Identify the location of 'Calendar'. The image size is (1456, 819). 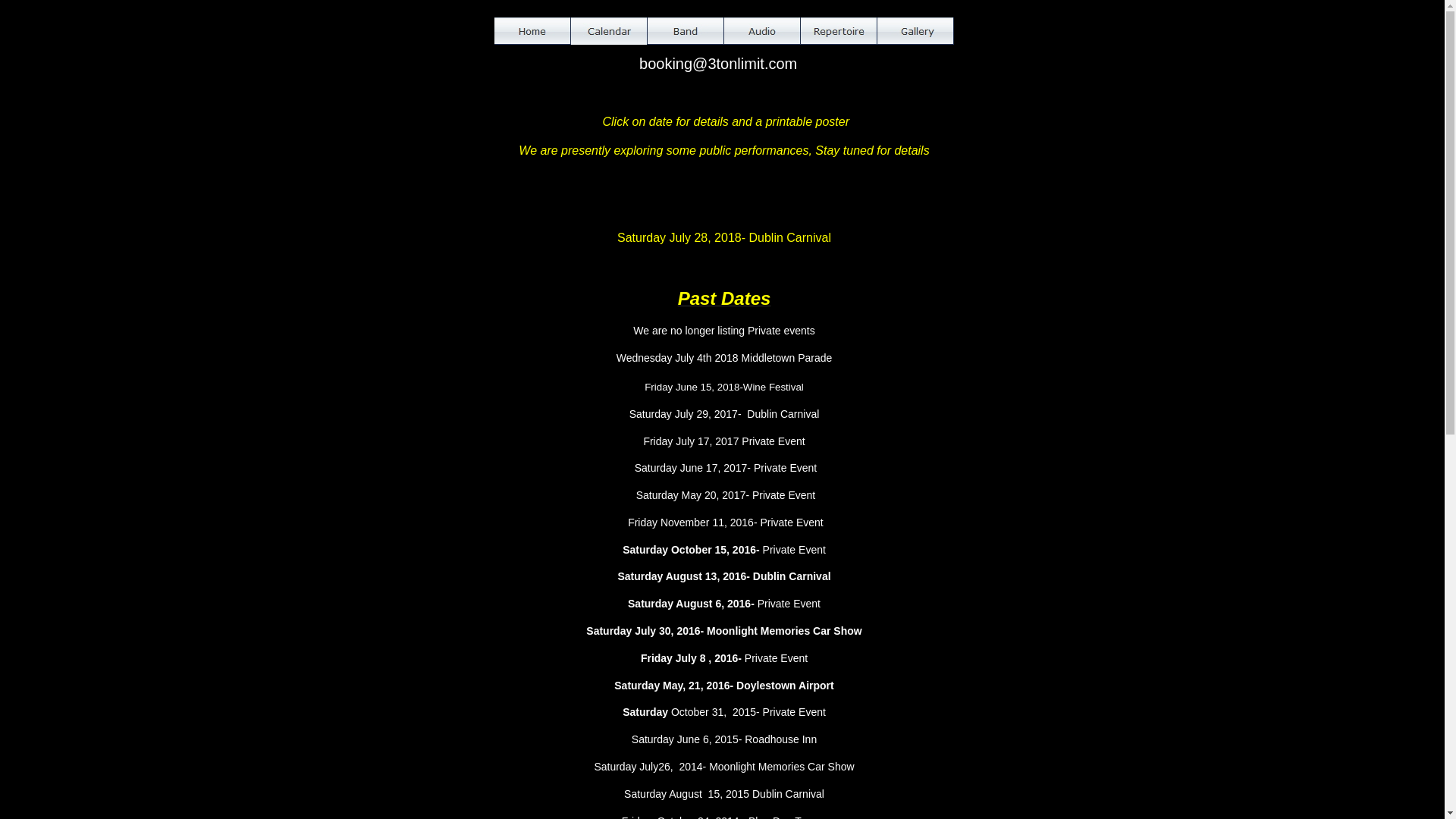
(608, 31).